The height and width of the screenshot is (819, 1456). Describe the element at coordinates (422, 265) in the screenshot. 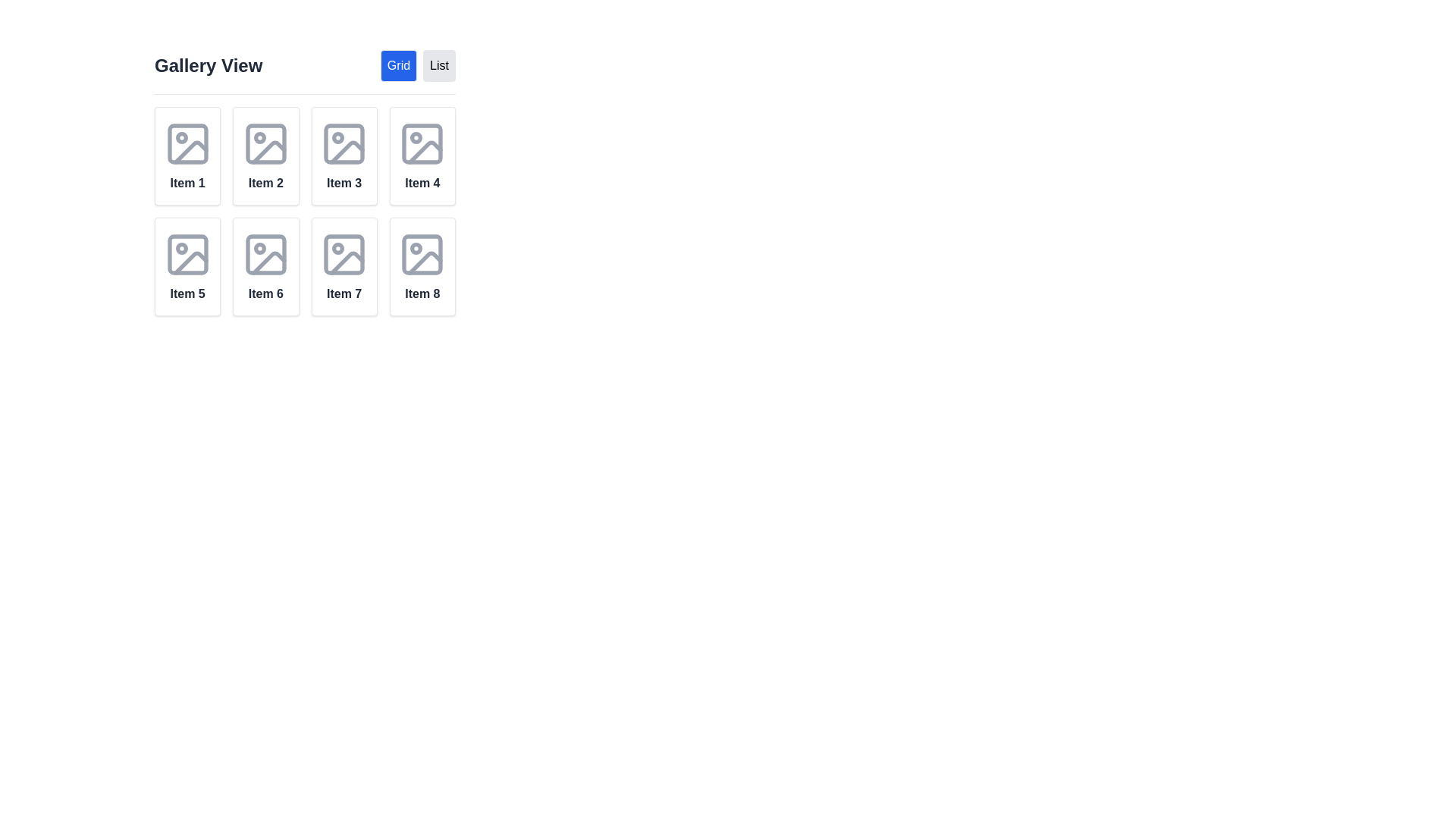

I see `the Card Component, which is the eighth item in a grid layout located in the bottom-right corner of the grid` at that location.